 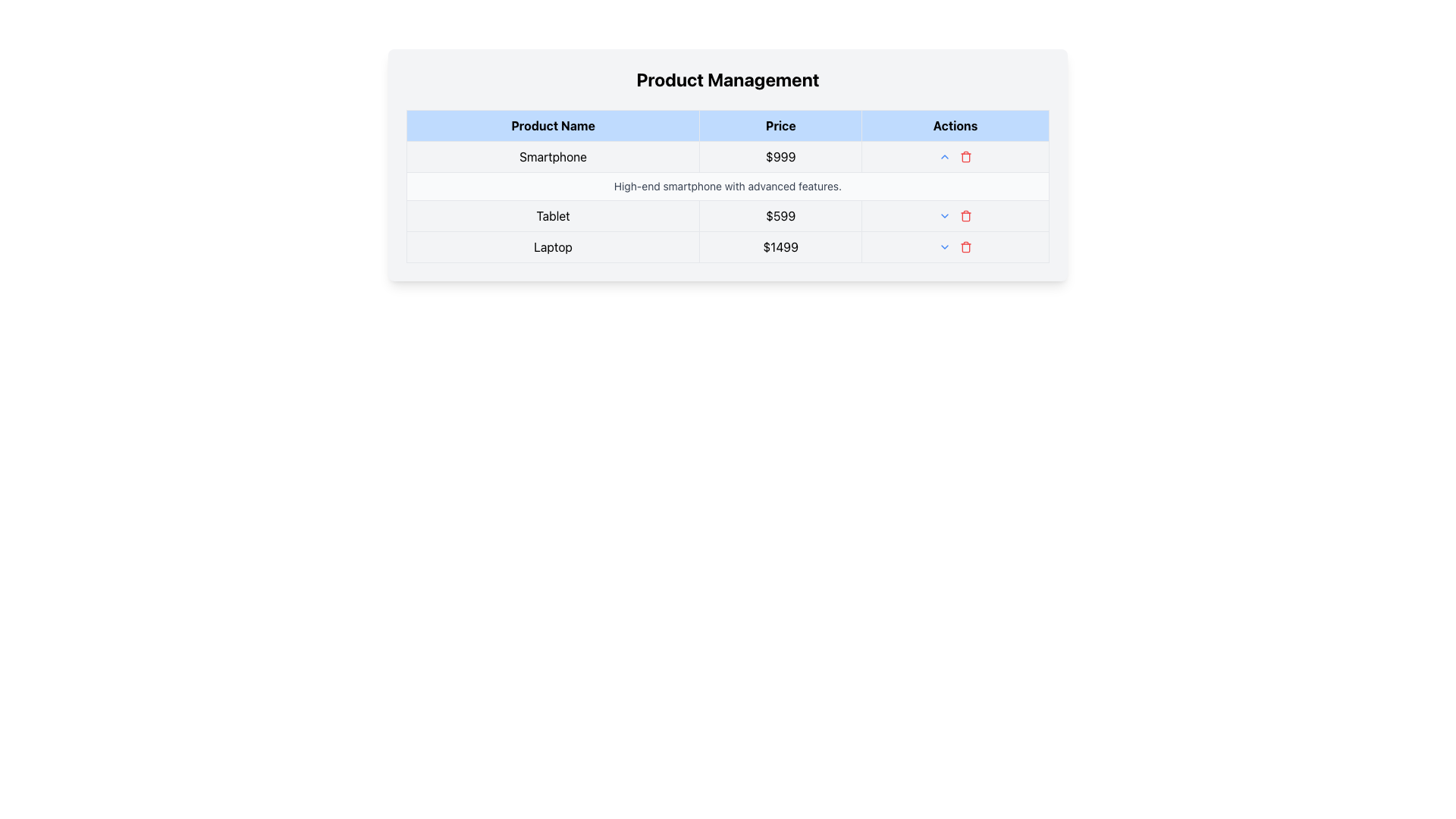 I want to click on the trash icon in the Actions column corresponding to the 'Laptop' entry, so click(x=954, y=246).